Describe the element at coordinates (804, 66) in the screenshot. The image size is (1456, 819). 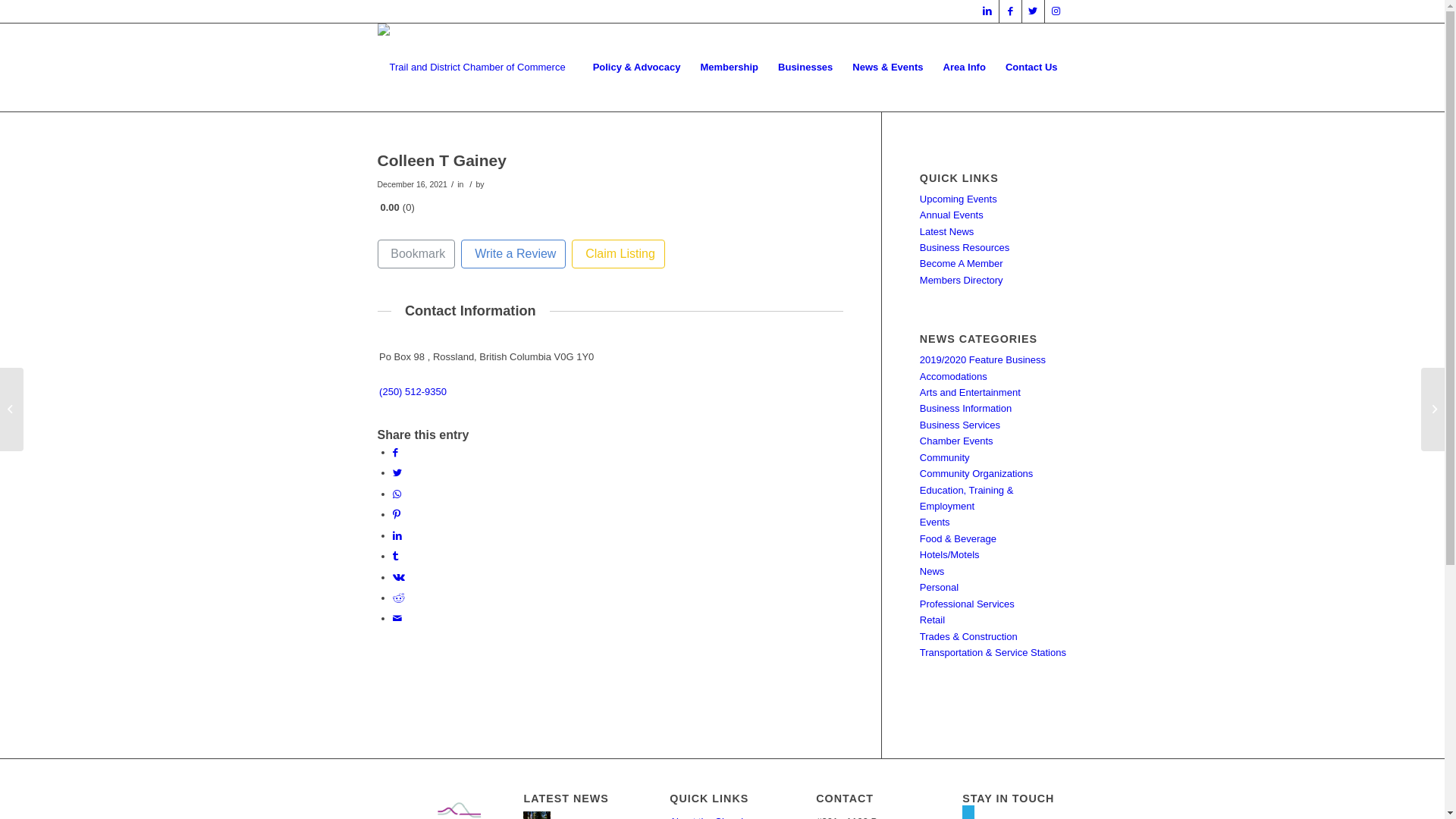
I see `'Businesses'` at that location.